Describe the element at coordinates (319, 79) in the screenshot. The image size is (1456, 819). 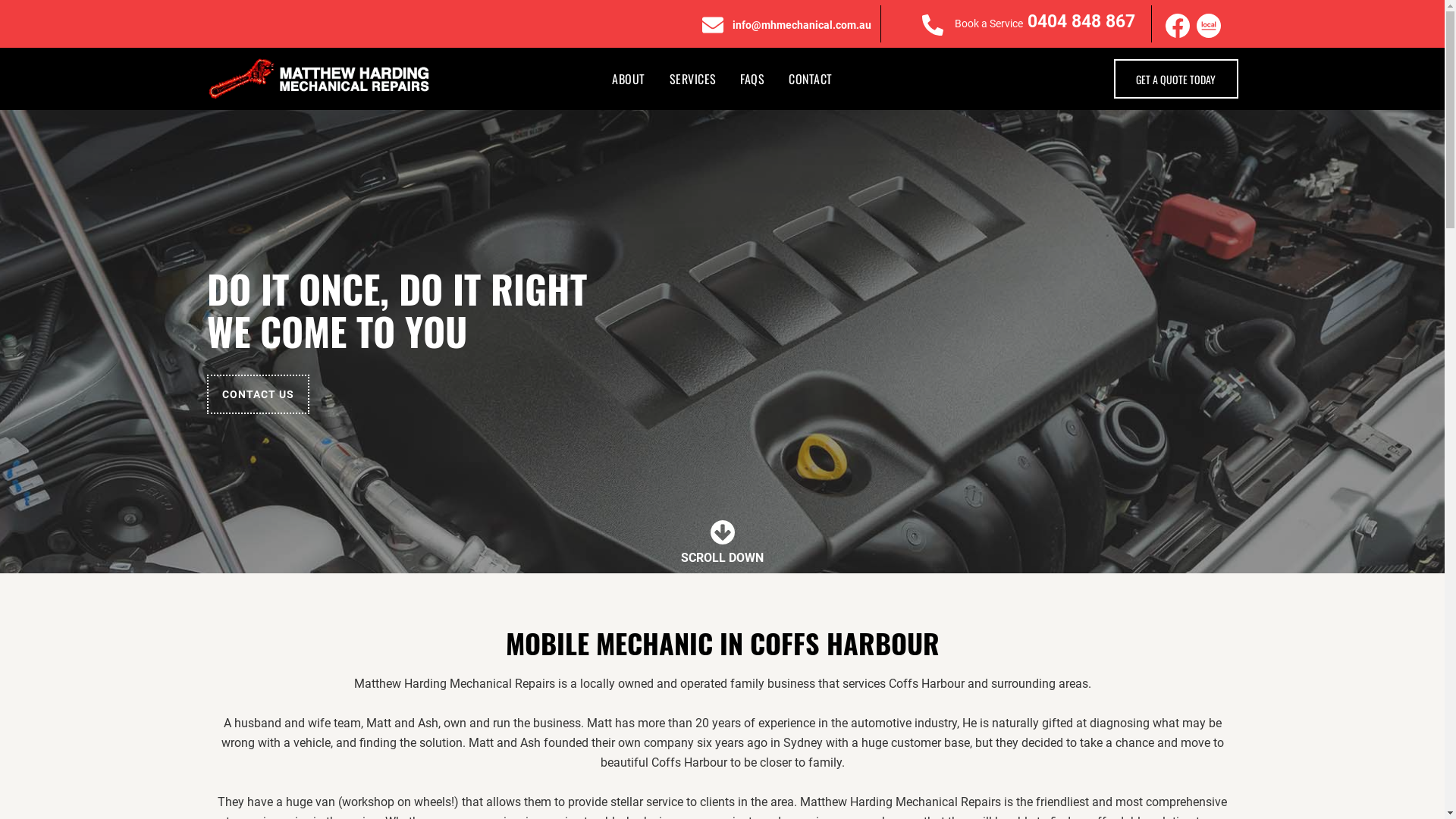
I see `'Mobile mechanic in Coffs Harbour'` at that location.